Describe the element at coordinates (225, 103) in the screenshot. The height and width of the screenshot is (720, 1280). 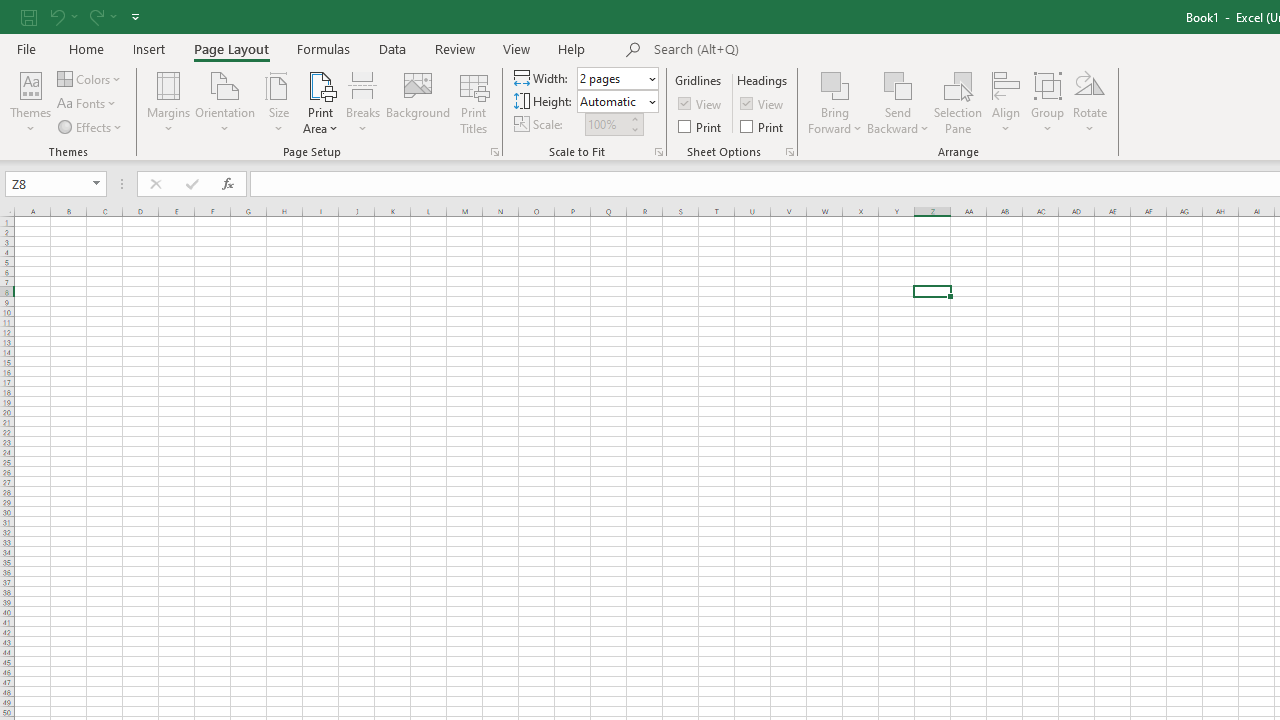
I see `'Orientation'` at that location.